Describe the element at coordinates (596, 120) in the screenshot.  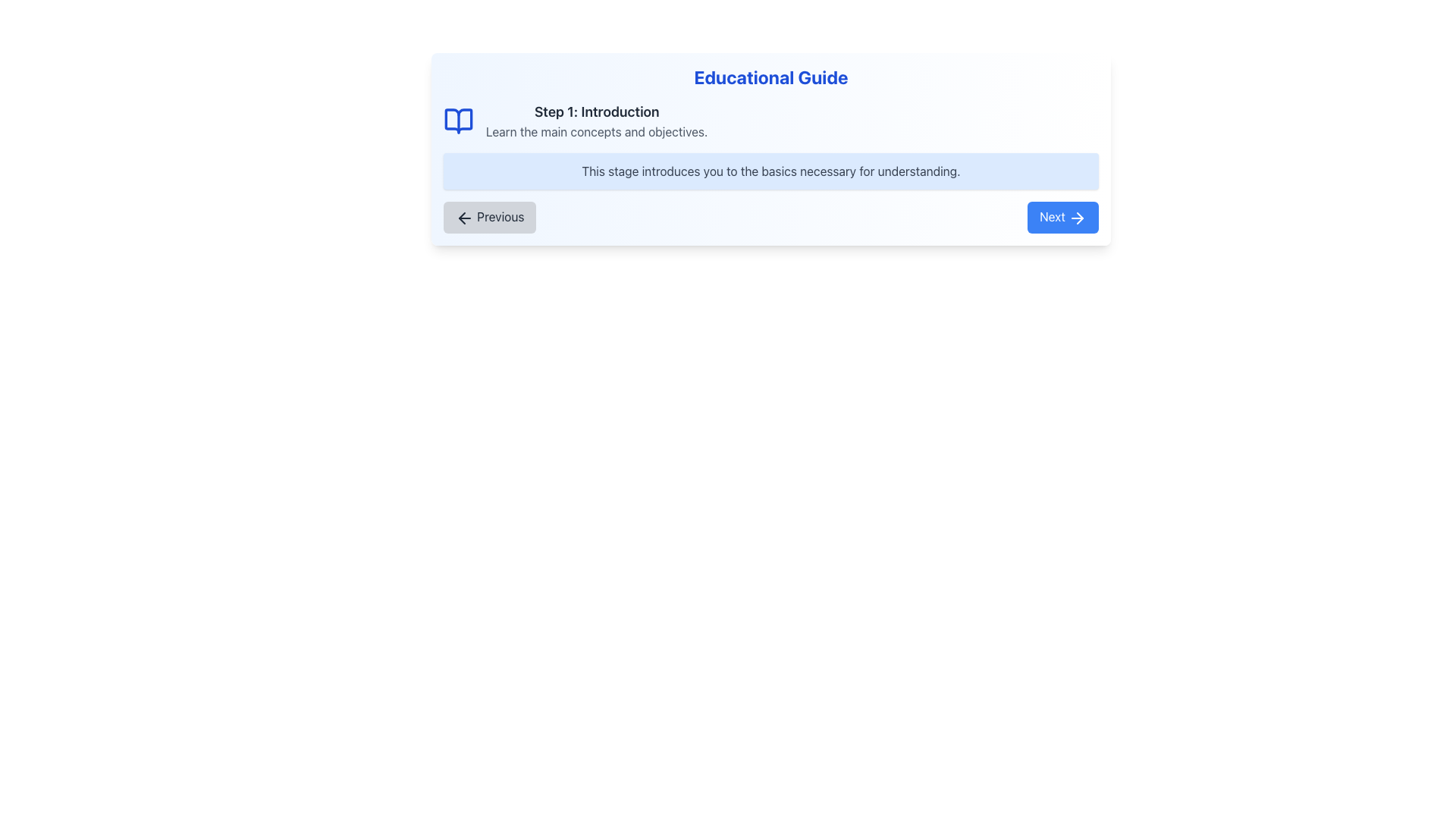
I see `the text block element displaying 'Step 1: Introduction' with a description about main concepts and objectives, located in the central upper part of the content panel` at that location.